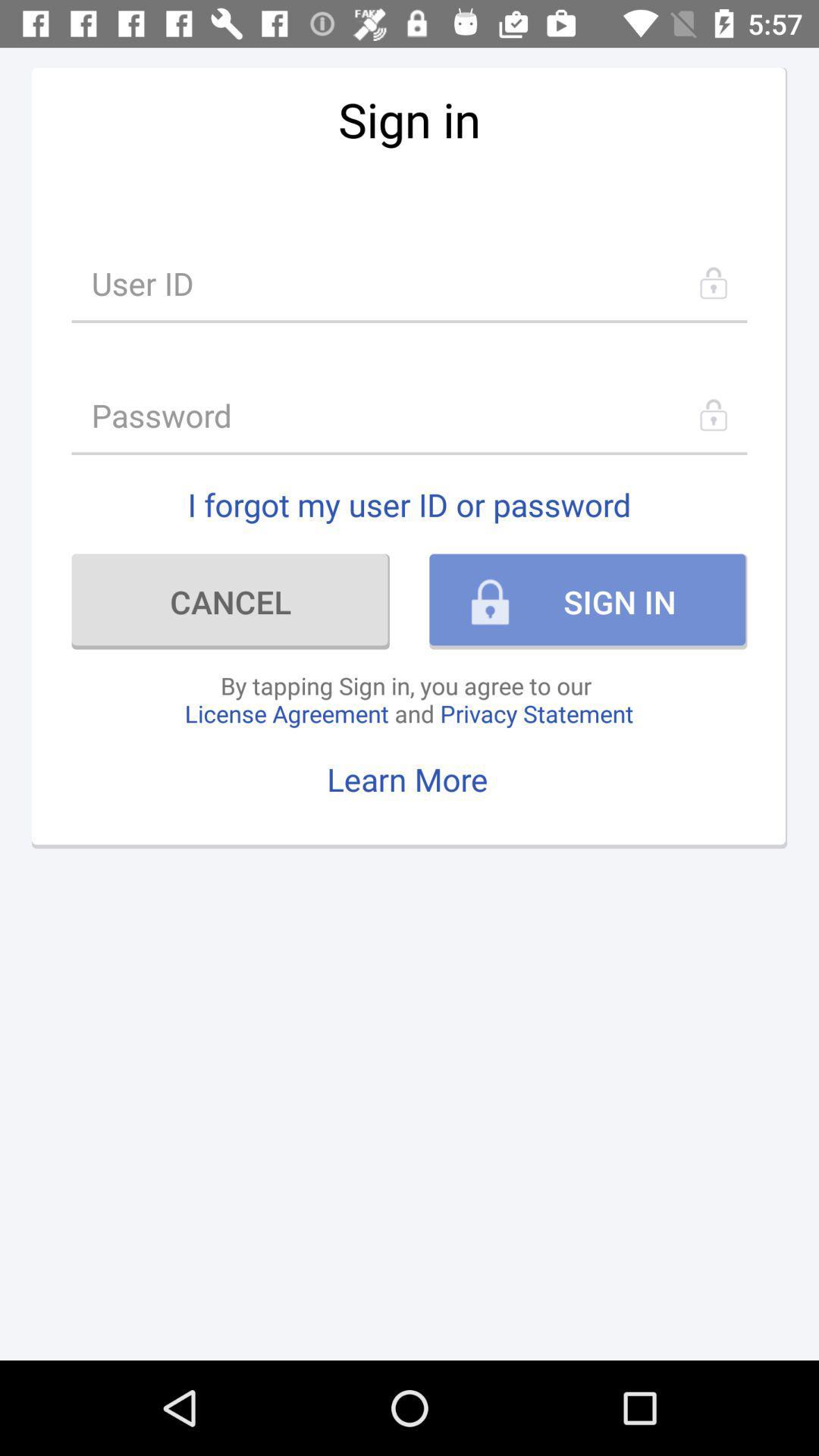 The width and height of the screenshot is (819, 1456). What do you see at coordinates (409, 415) in the screenshot?
I see `icon above i forgot my` at bounding box center [409, 415].